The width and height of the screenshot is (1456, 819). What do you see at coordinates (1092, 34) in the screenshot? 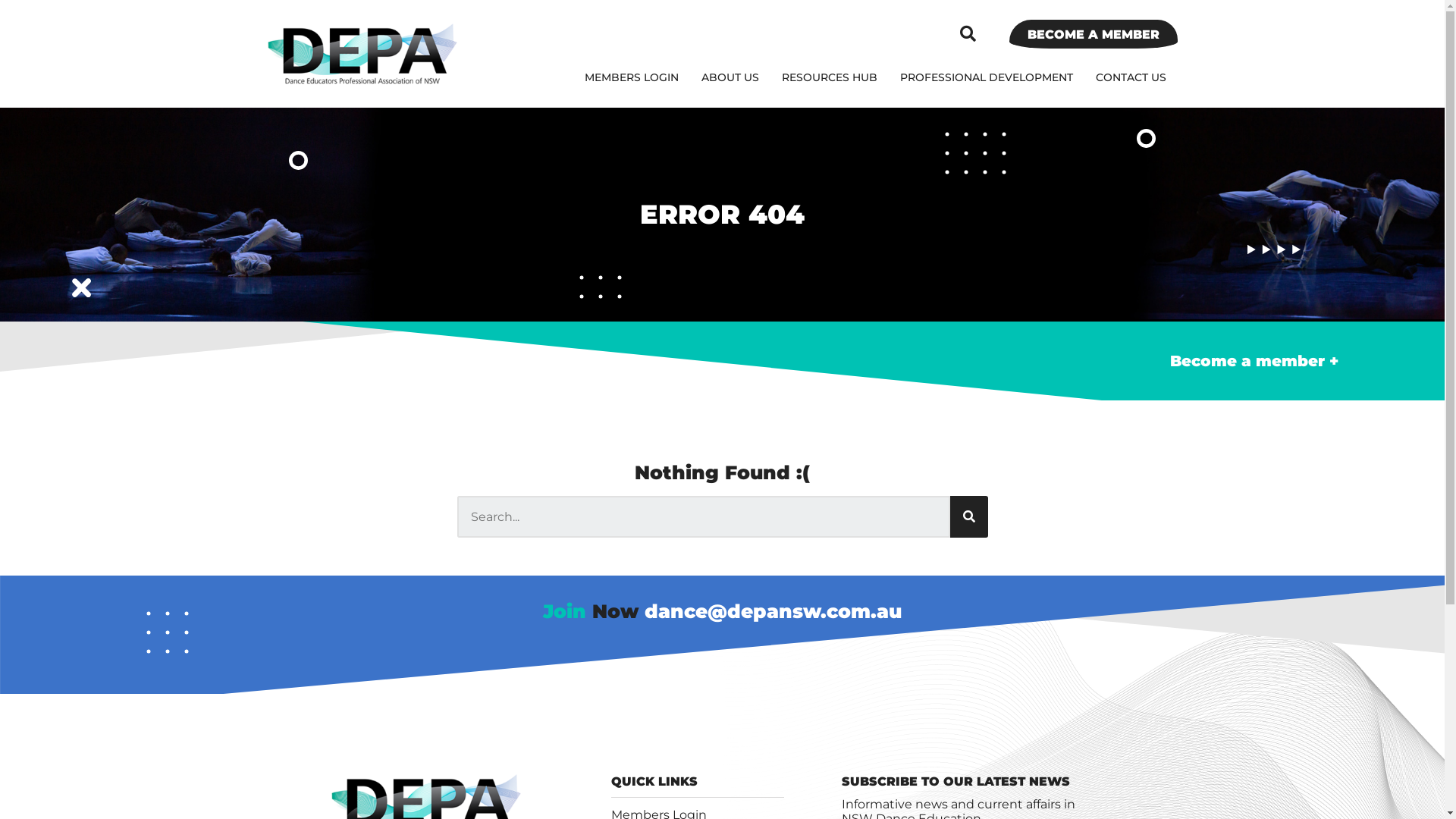
I see `'BECOME A MEMBER'` at bounding box center [1092, 34].